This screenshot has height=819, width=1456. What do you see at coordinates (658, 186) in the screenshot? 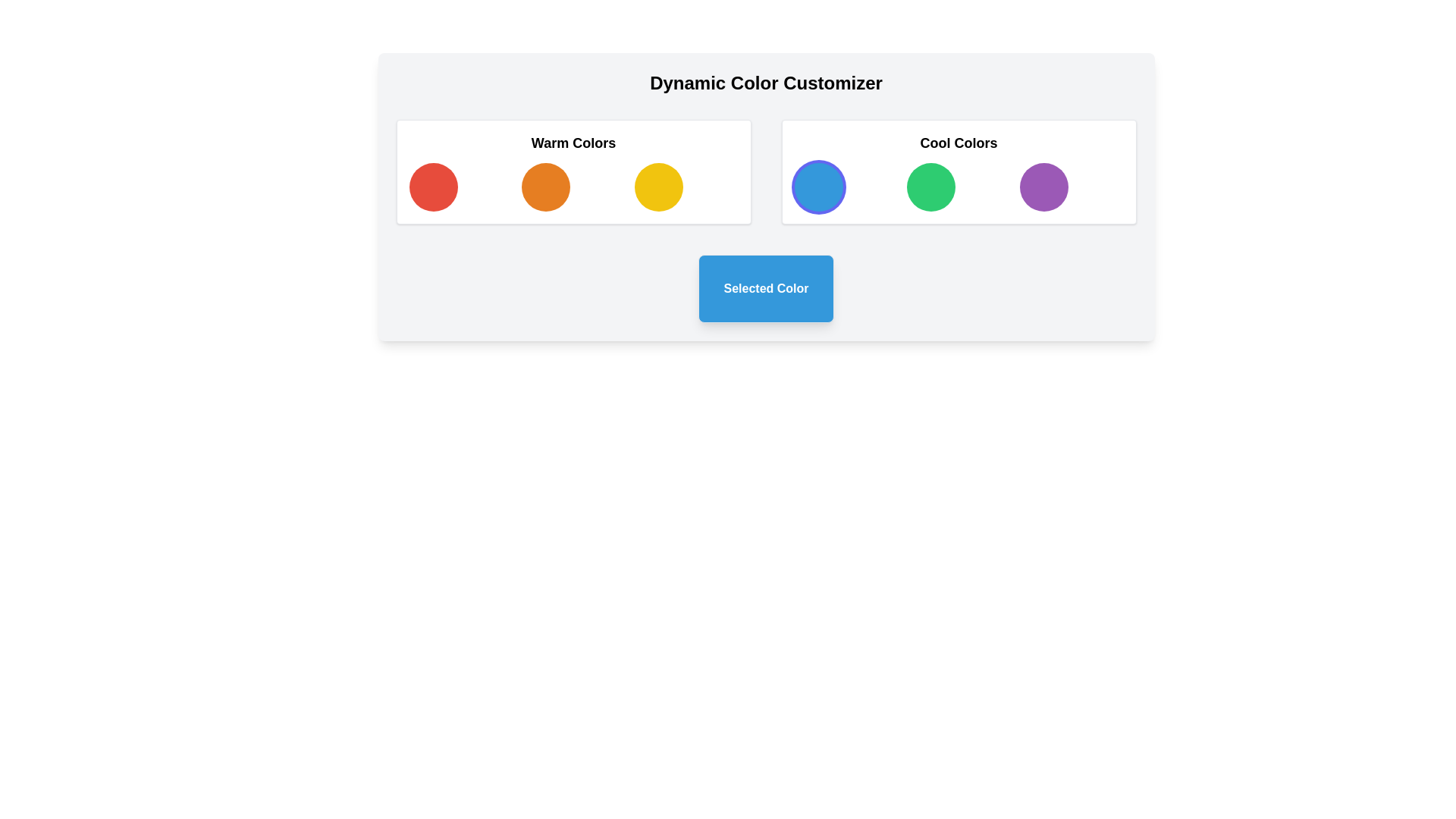
I see `the circular bright yellow button located in the bottom row of the 'Warm Colors' section, which is the third button in a three-column grid layout` at bounding box center [658, 186].